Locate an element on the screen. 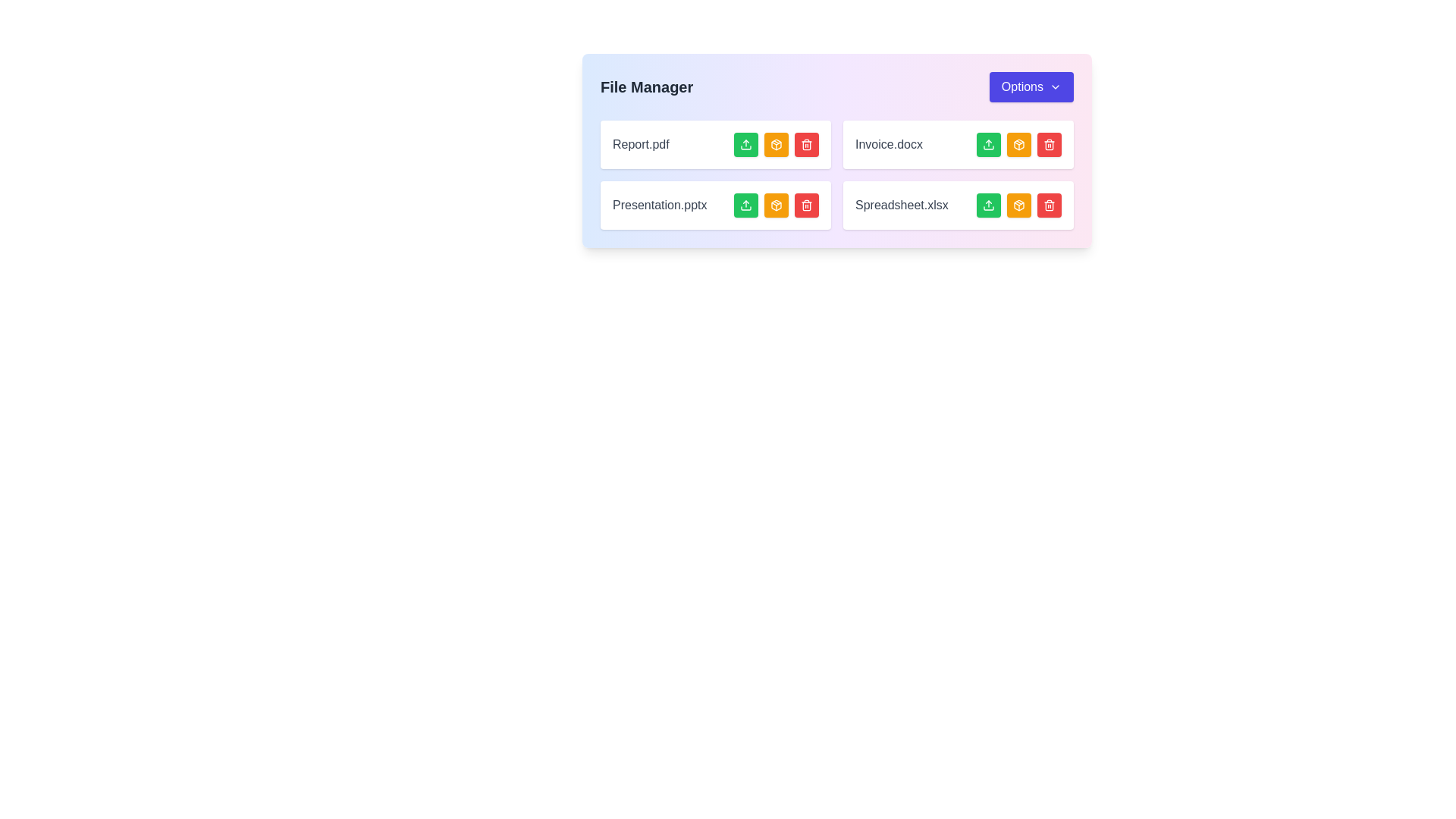 This screenshot has width=1456, height=819. the delete button represented by an SVG icon in the red button within the 'File Manager' interface is located at coordinates (1048, 145).